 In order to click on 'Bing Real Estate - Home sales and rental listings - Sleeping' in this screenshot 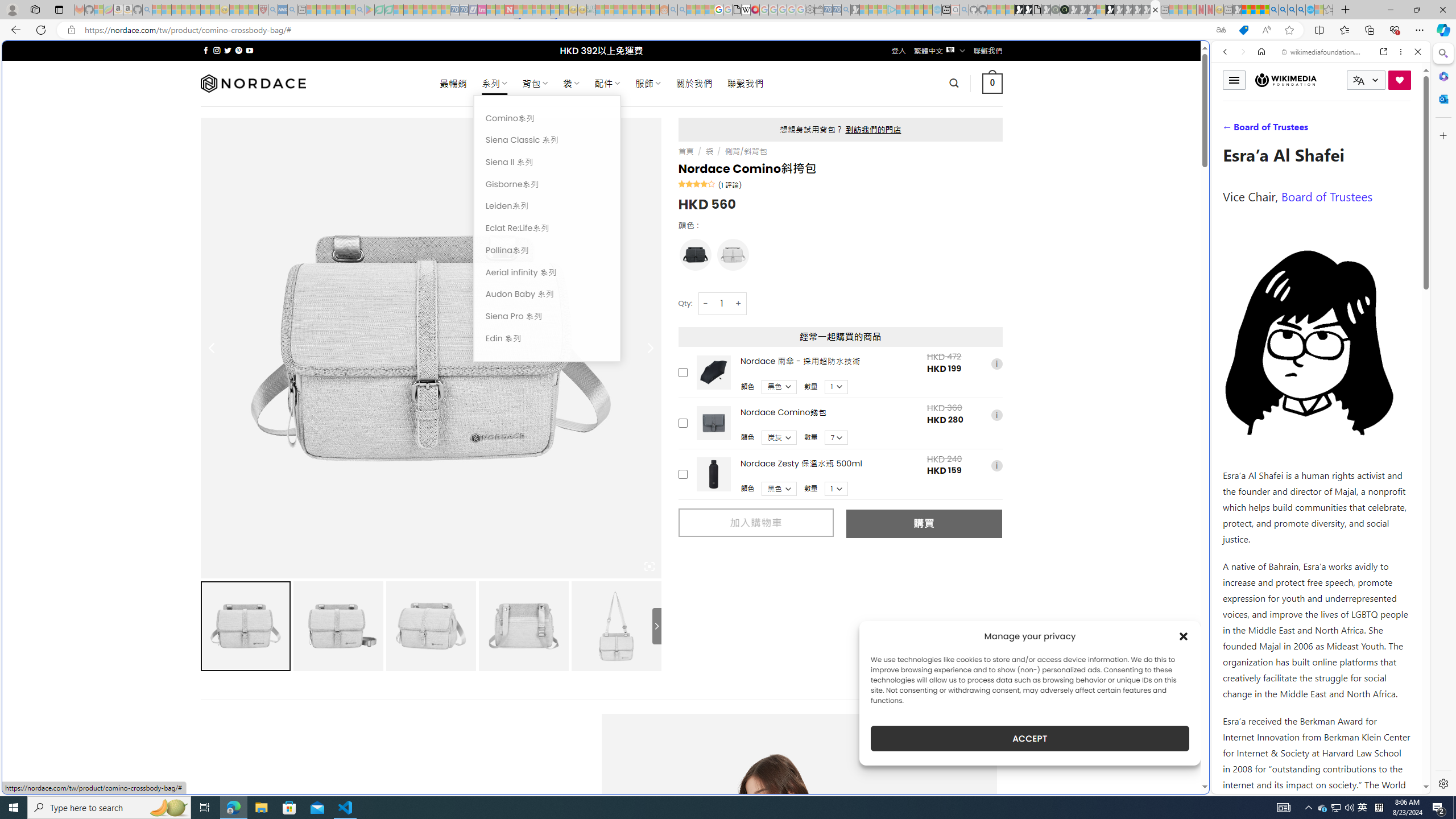, I will do `click(846, 9)`.